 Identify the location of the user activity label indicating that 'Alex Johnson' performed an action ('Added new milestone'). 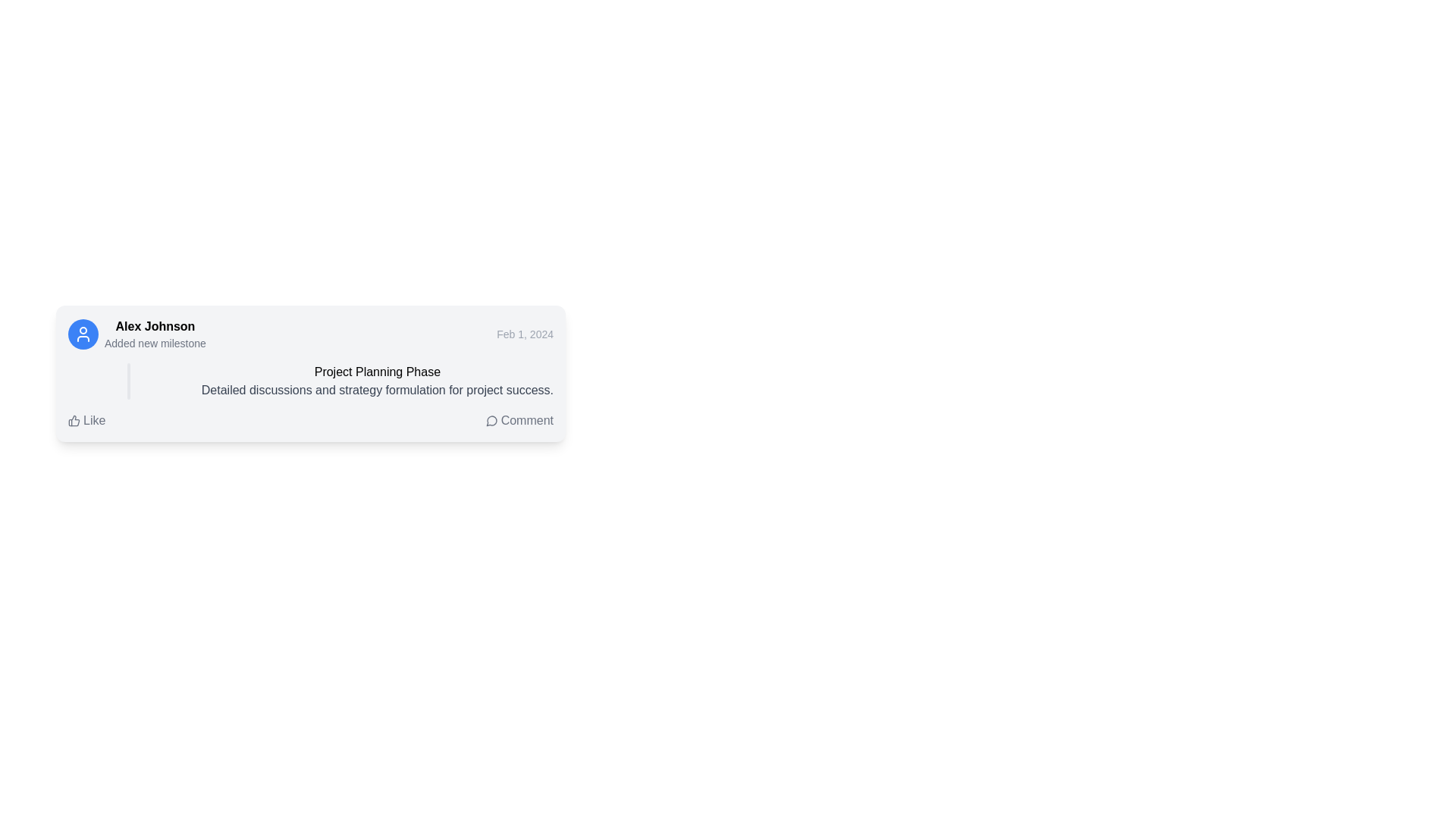
(155, 333).